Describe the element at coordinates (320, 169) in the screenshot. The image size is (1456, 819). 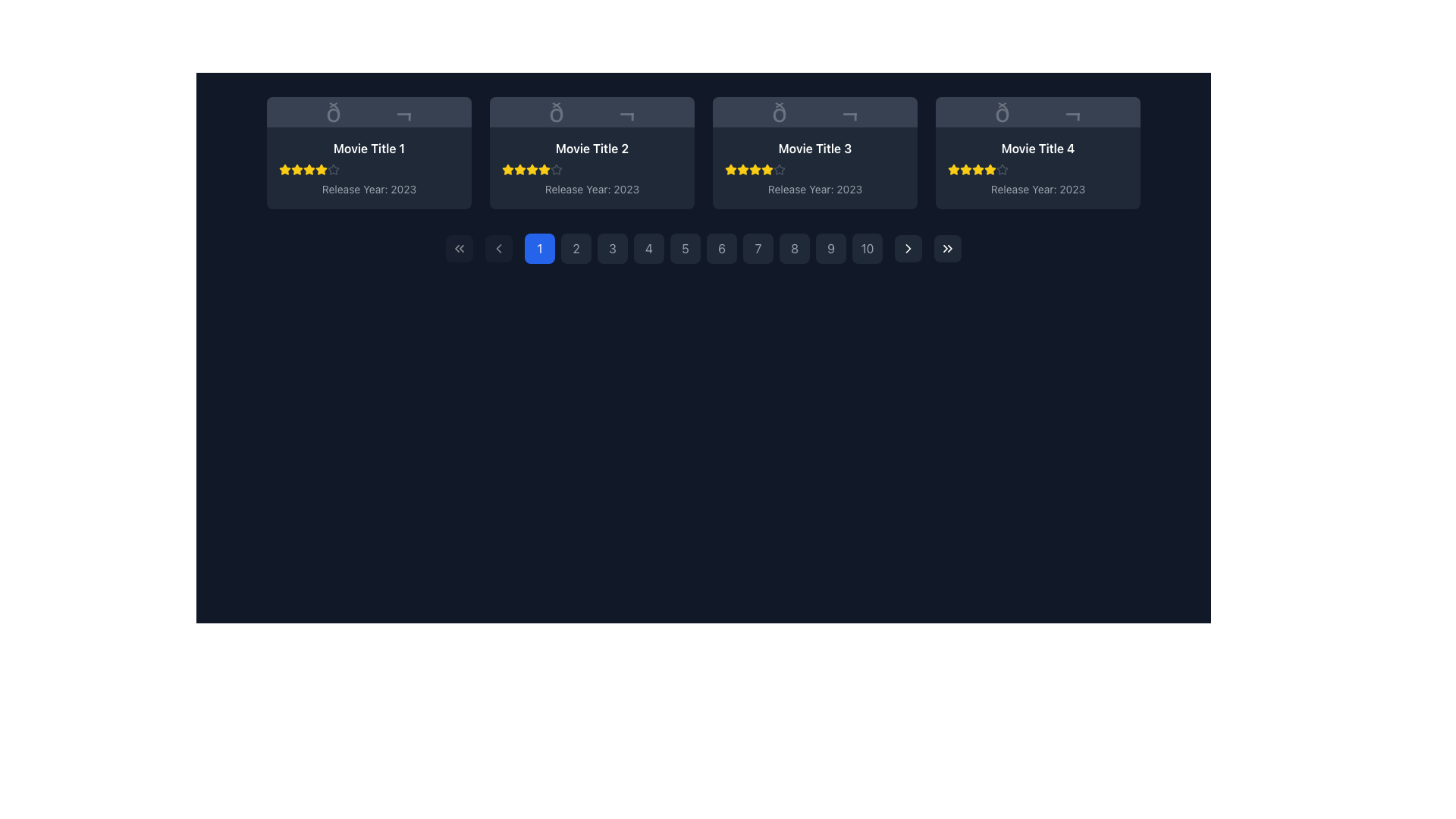
I see `the second star in the rating system for 'Movie Title 1'` at that location.